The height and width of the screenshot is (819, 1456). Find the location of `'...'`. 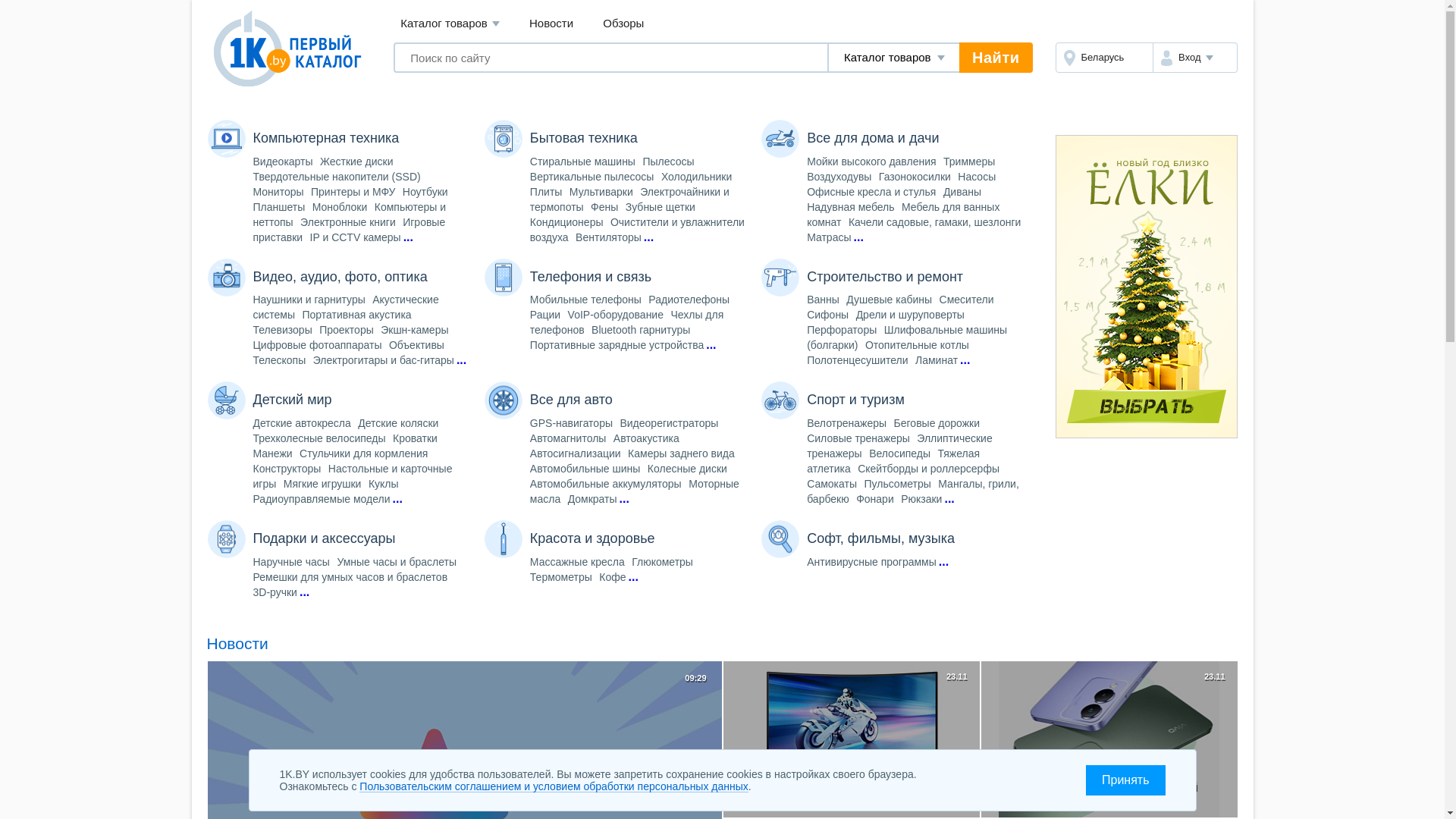

'...' is located at coordinates (397, 499).